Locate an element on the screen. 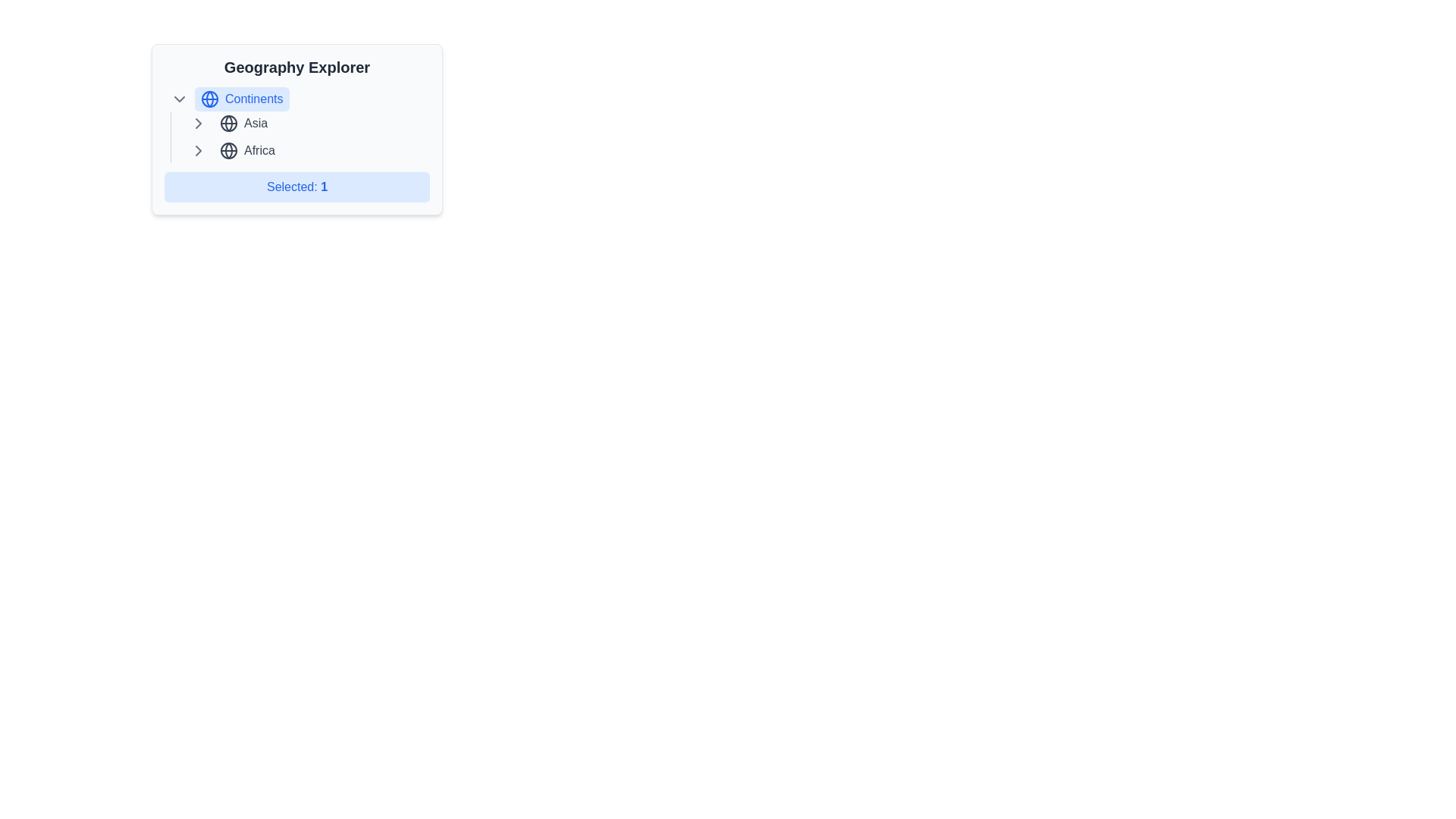  the 'Continents' button with a globe icon in the 'Geography Explorer' panel is located at coordinates (241, 99).